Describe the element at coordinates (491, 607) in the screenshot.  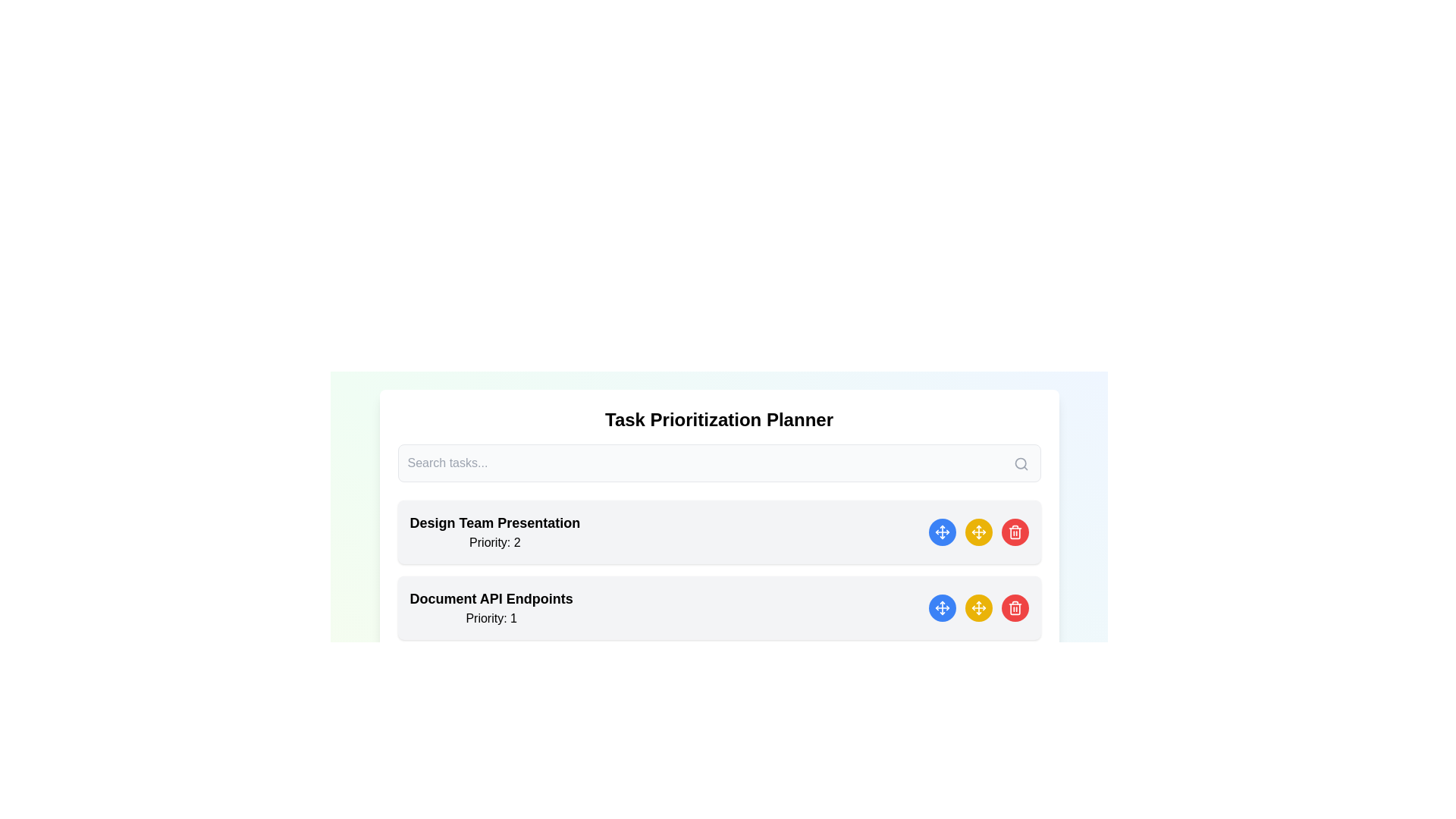
I see `the static text display that identifies 'Document API Endpoints' with priority level 'Priority: 1', located in the second entry of a vertical list` at that location.